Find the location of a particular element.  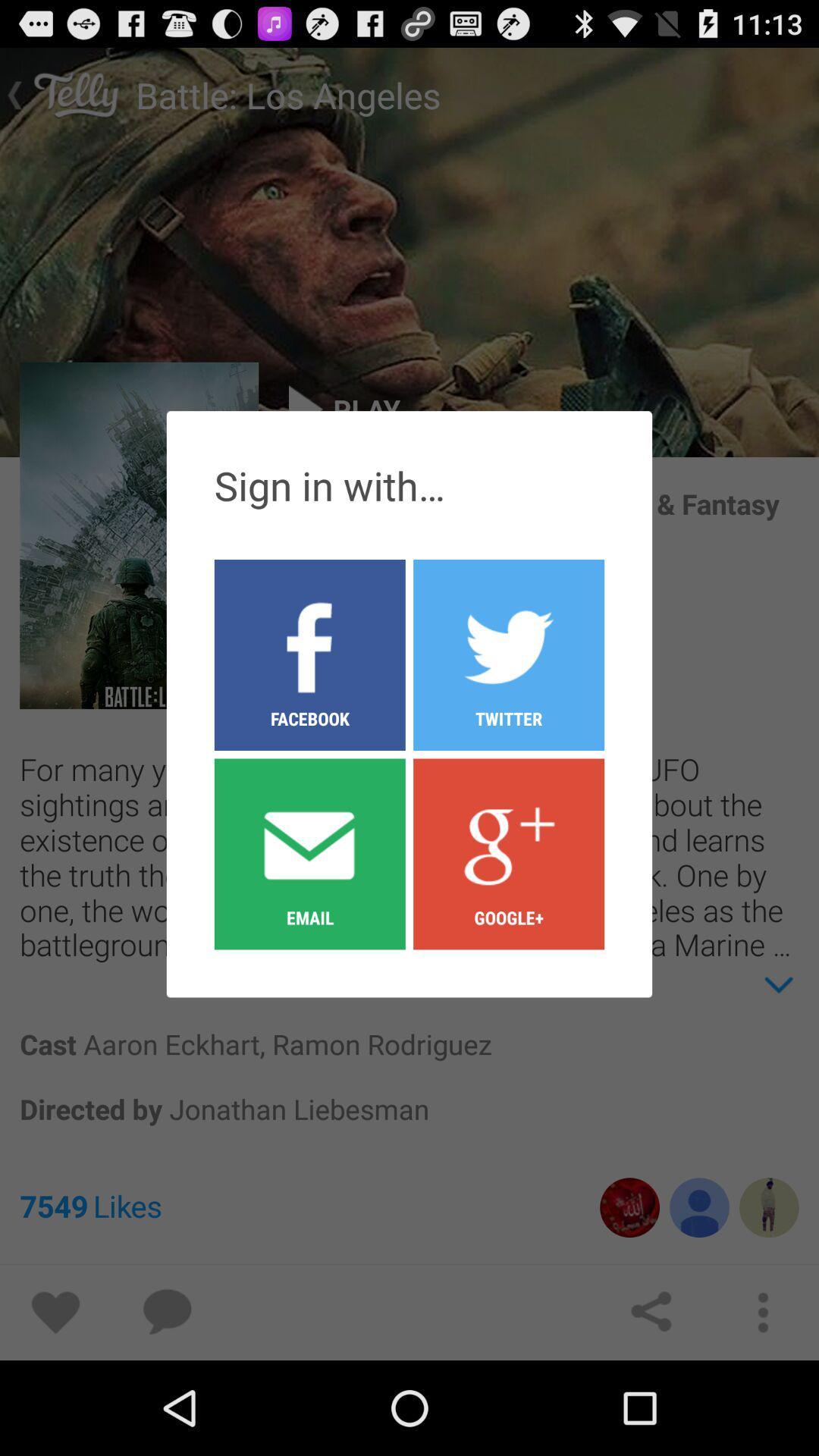

button to the left of twitter icon is located at coordinates (309, 853).